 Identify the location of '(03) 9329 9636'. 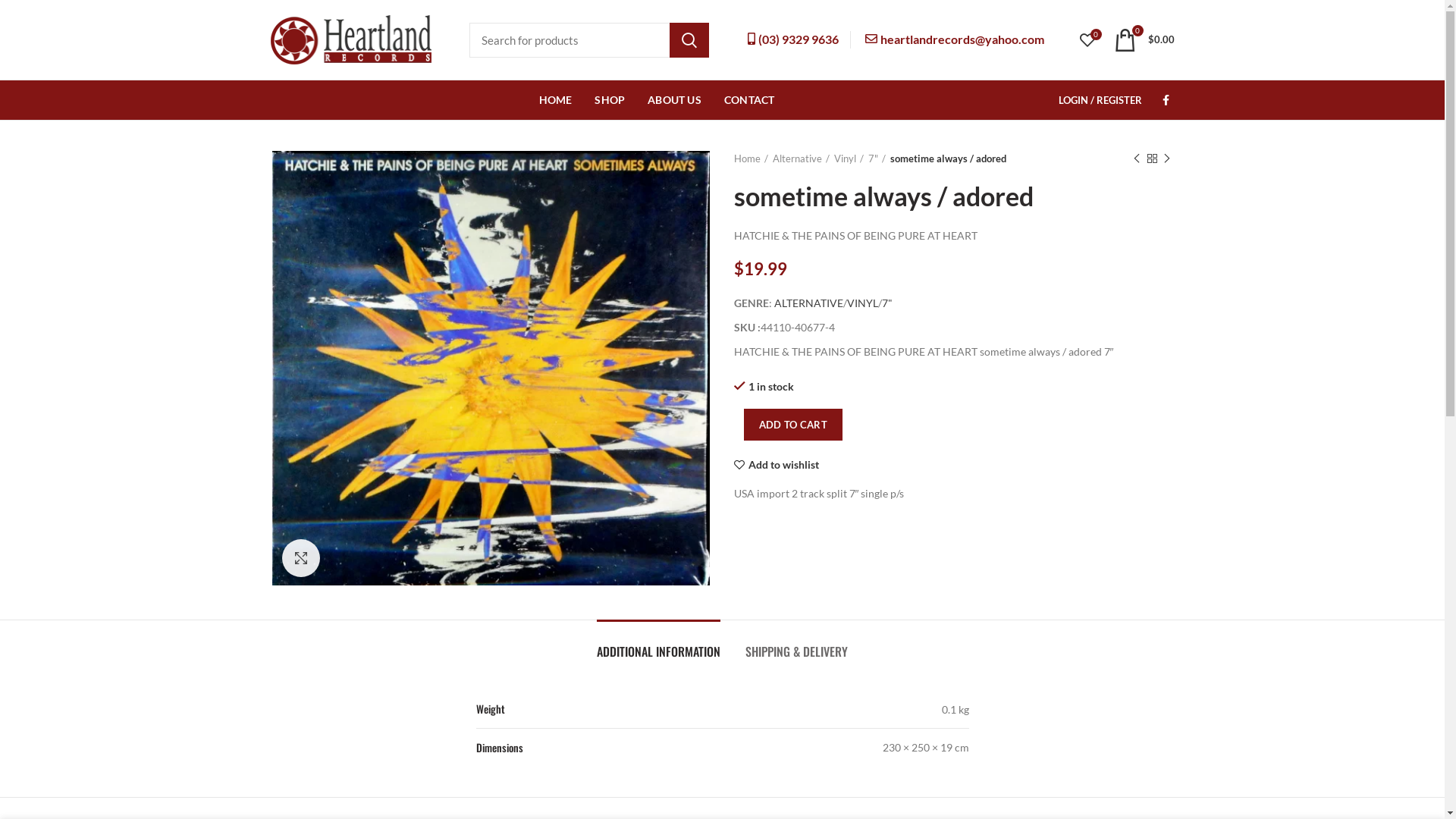
(792, 38).